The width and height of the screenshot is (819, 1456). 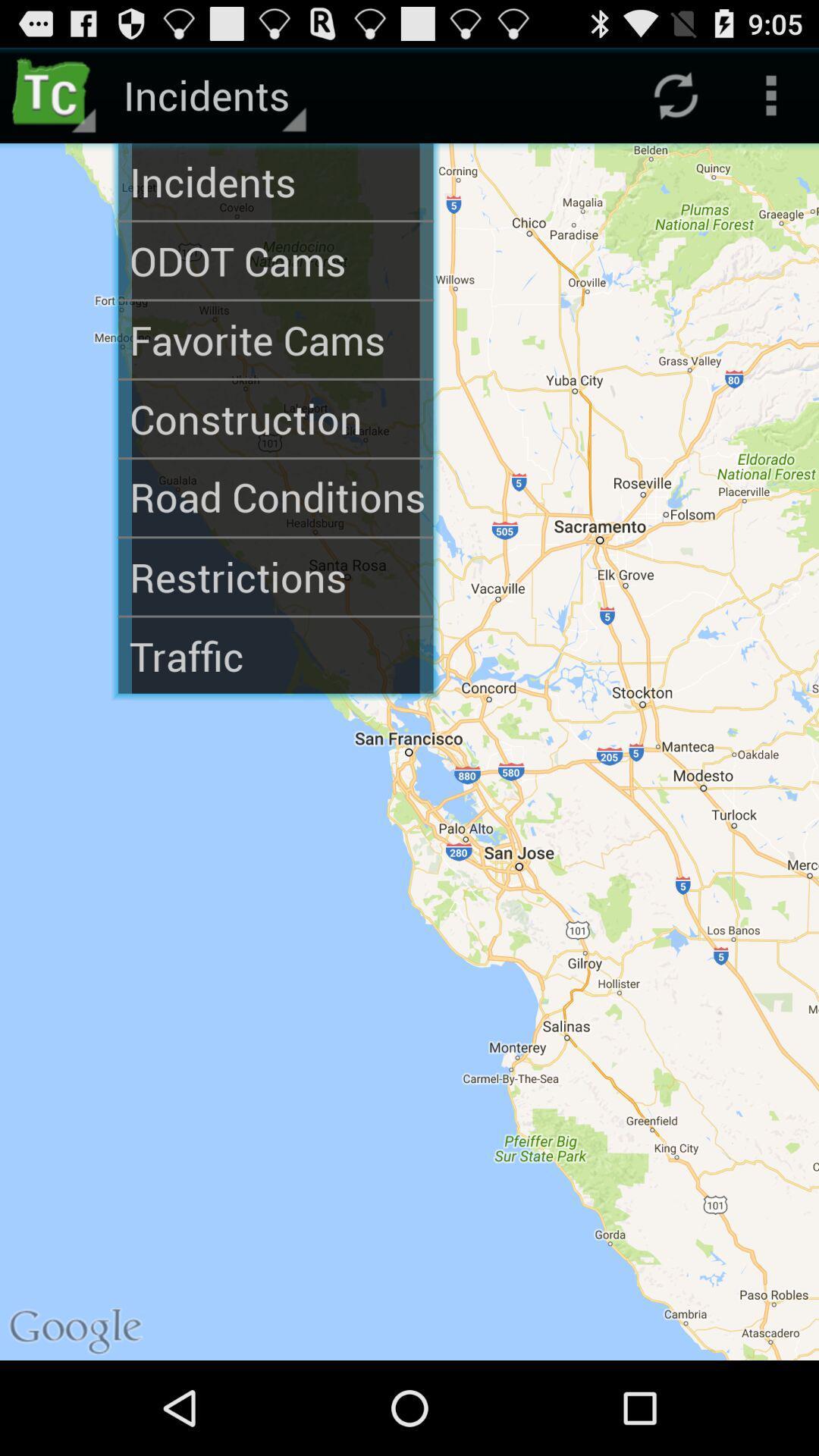 I want to click on the favorite cams app, so click(x=275, y=339).